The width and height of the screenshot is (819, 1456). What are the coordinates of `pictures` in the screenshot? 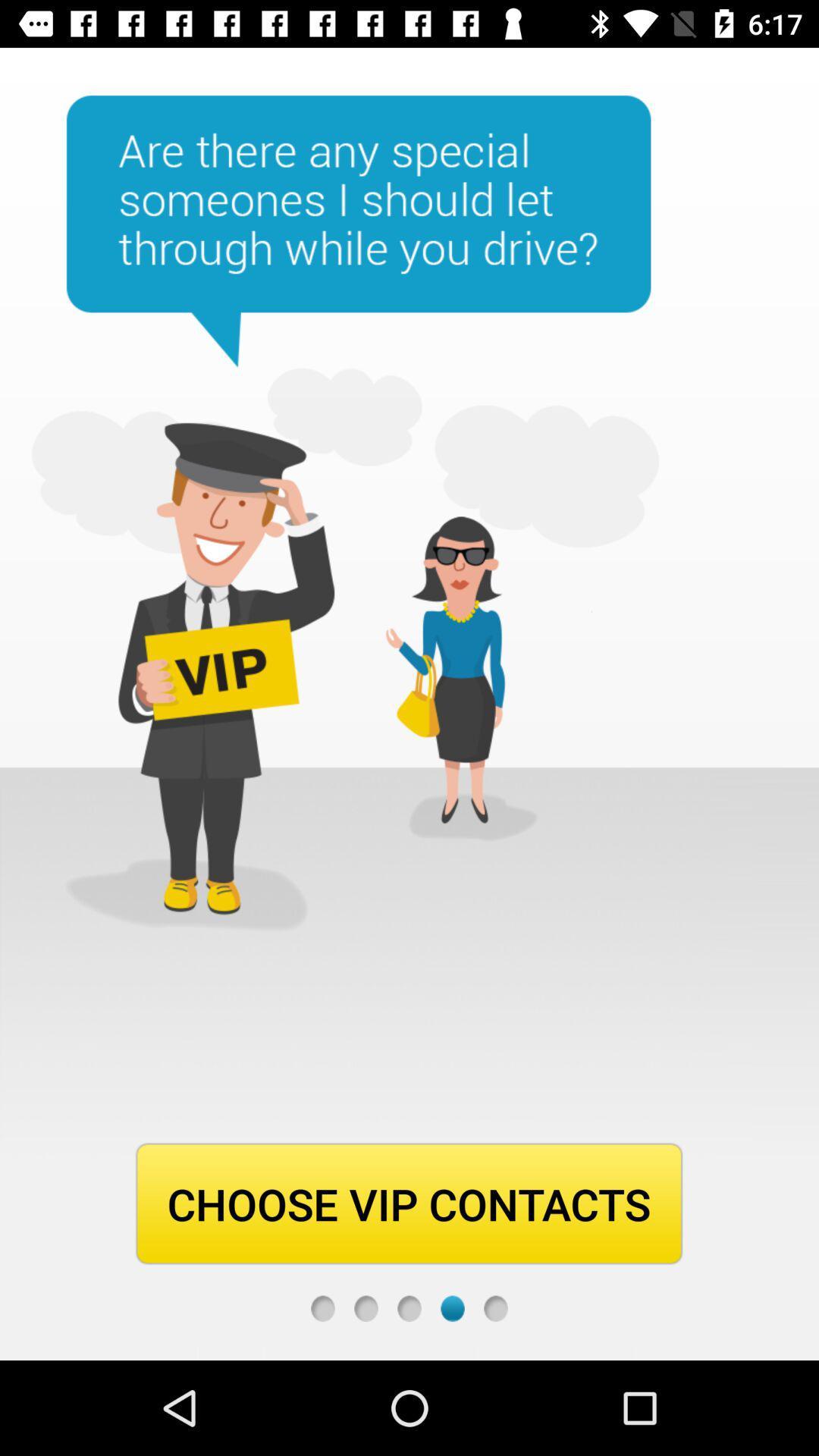 It's located at (452, 1307).